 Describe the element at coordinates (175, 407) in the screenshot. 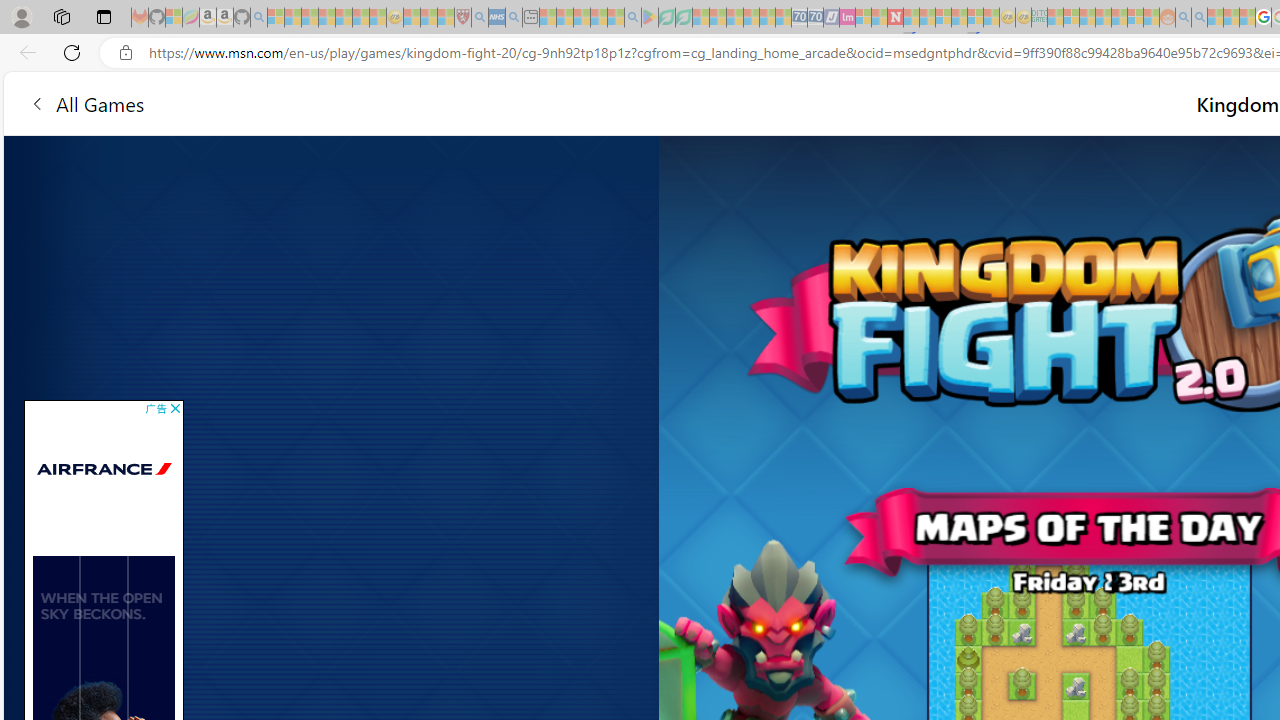

I see `'AutomationID: cbb'` at that location.